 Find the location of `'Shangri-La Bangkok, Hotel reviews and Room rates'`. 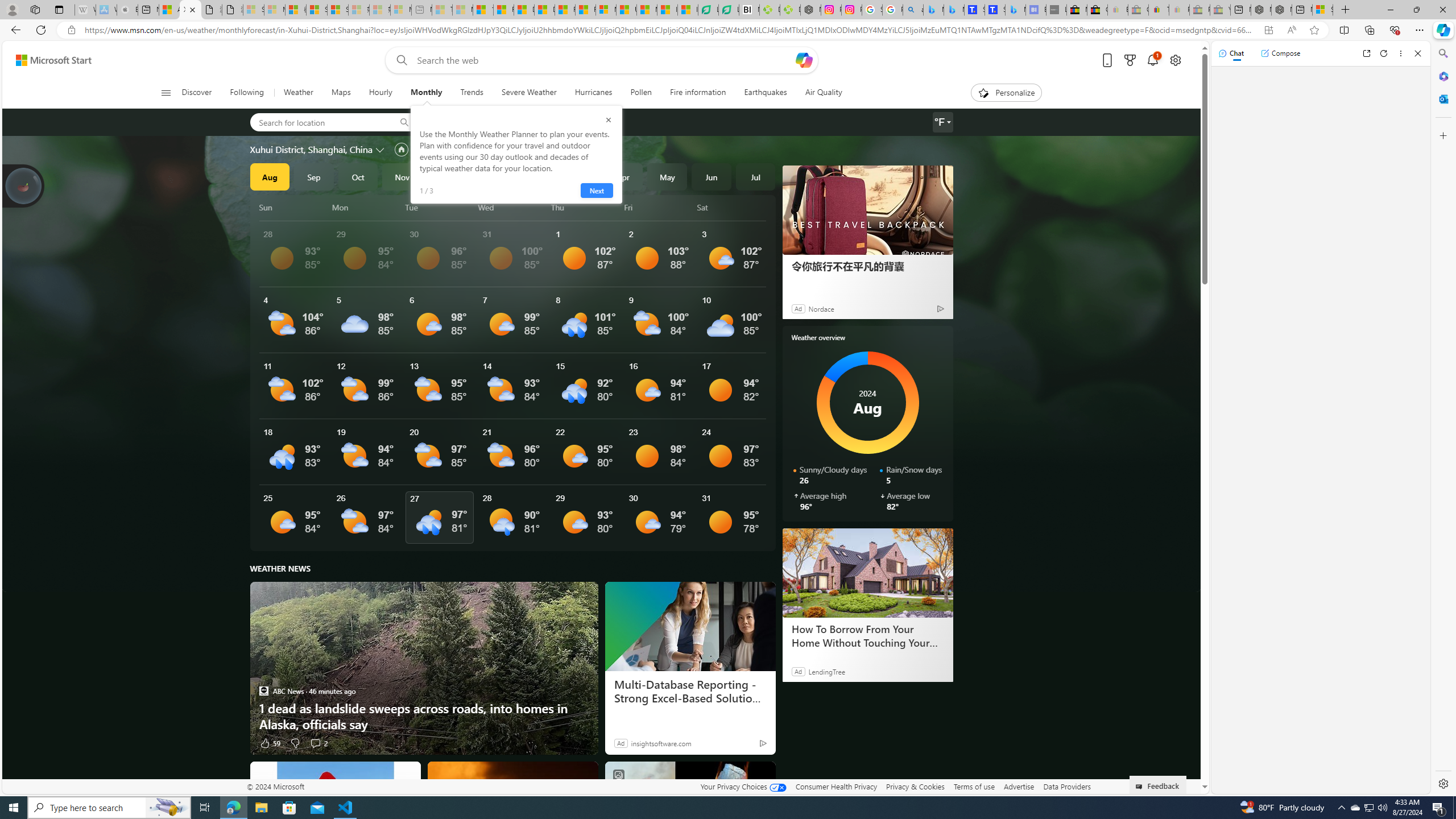

'Shangri-La Bangkok, Hotel reviews and Room rates' is located at coordinates (994, 9).